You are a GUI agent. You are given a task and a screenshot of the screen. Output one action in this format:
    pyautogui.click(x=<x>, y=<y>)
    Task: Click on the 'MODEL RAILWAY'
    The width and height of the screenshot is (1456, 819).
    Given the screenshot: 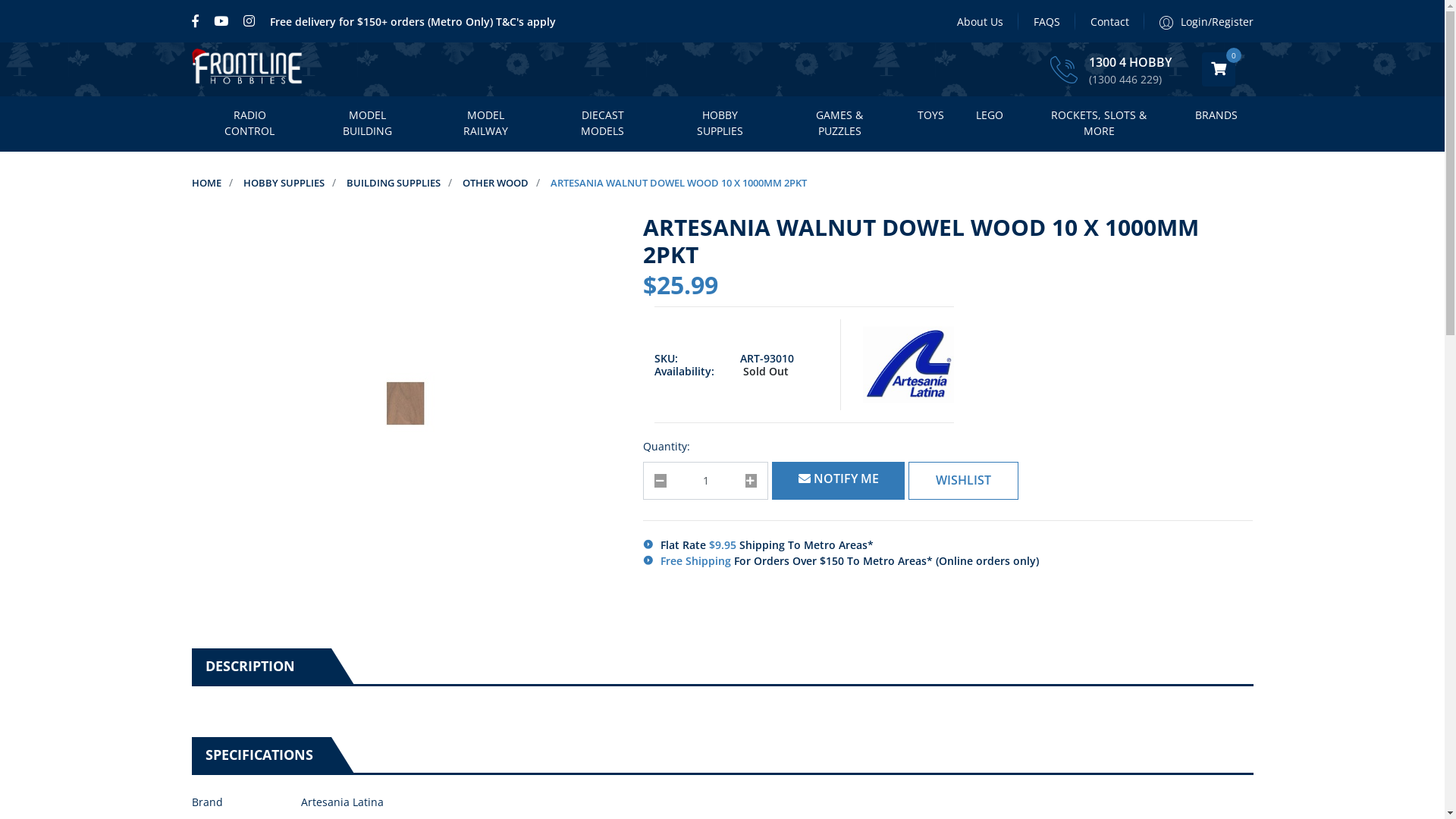 What is the action you would take?
    pyautogui.click(x=484, y=123)
    